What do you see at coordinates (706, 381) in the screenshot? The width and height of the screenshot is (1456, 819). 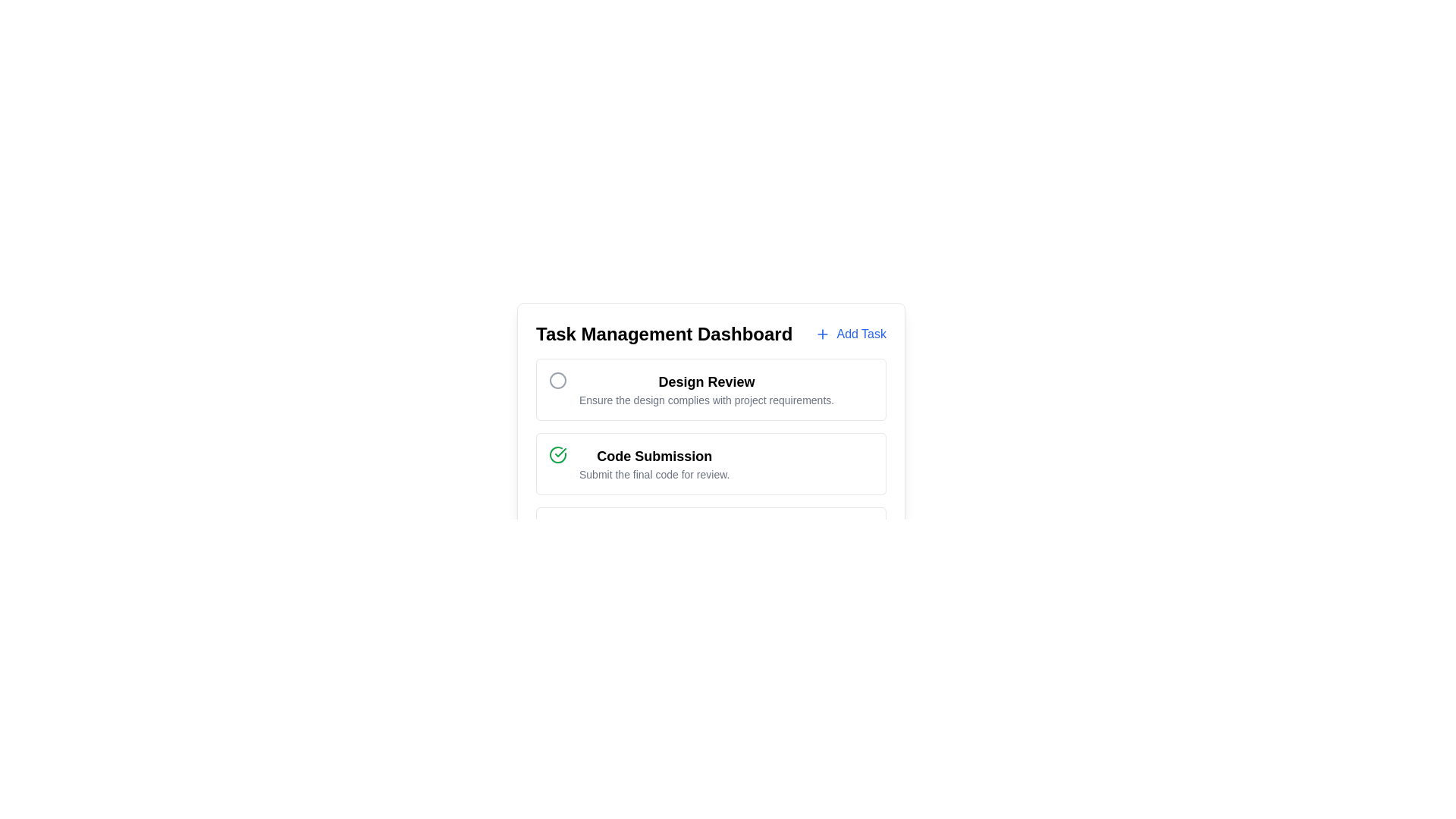 I see `text from the bold, large-sized header labeled 'Design Review' positioned at the top of the task description block in the Task Management Dashboard` at bounding box center [706, 381].